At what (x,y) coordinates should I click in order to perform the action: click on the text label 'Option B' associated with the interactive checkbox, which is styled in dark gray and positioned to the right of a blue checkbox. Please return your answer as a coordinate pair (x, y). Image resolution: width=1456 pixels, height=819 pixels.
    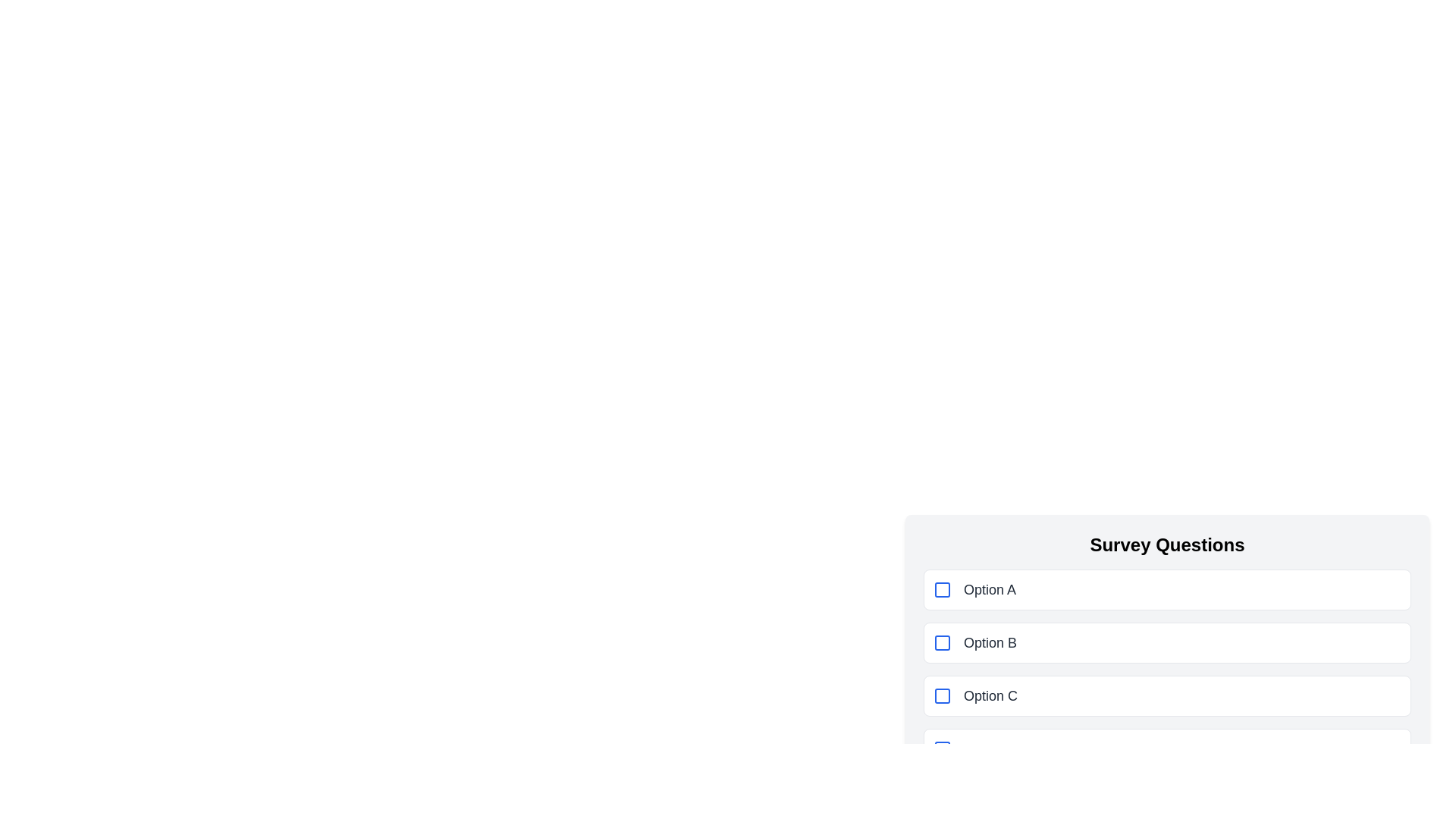
    Looking at the image, I should click on (990, 643).